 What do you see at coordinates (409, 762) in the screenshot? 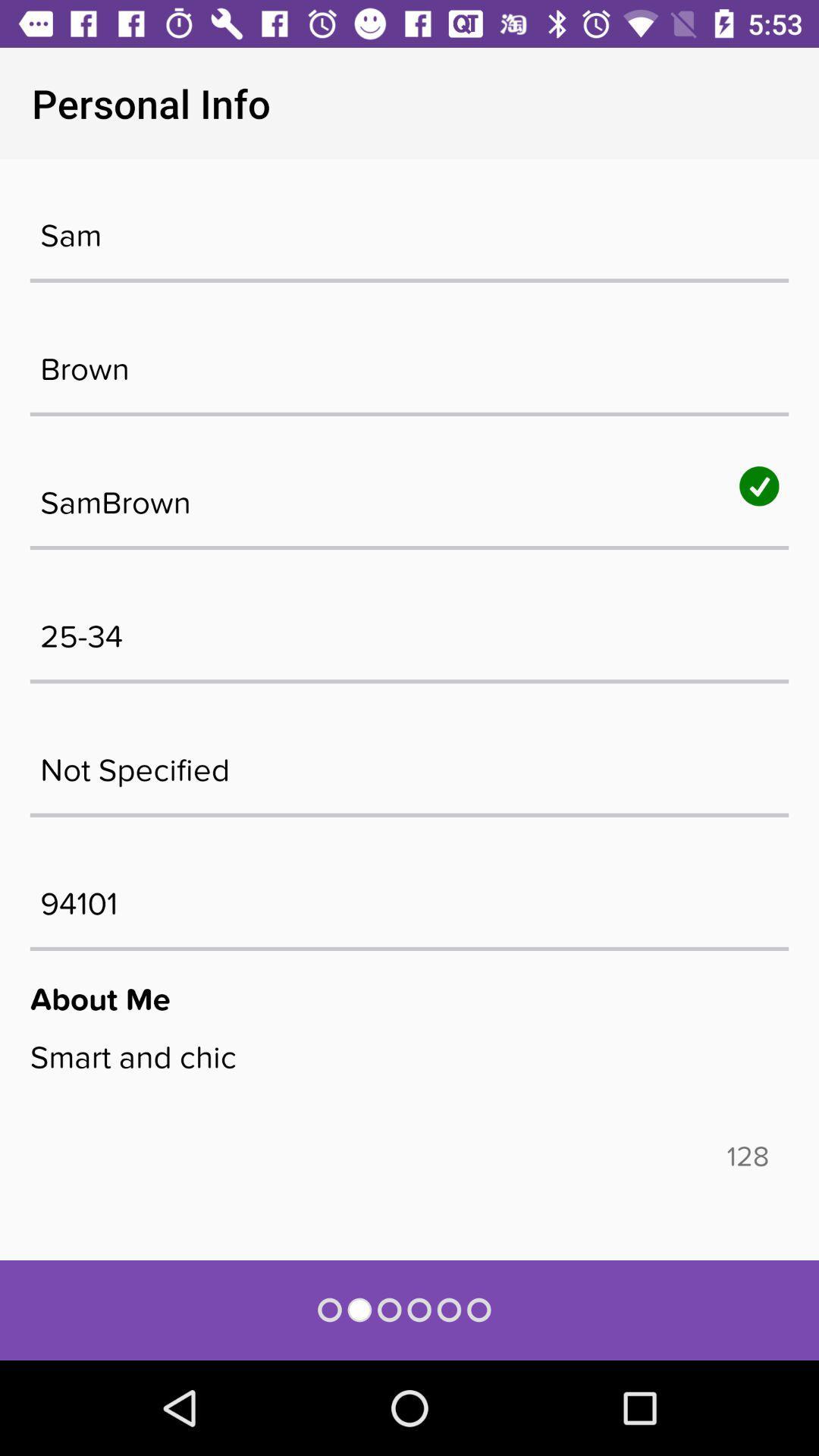
I see `the not specified` at bounding box center [409, 762].